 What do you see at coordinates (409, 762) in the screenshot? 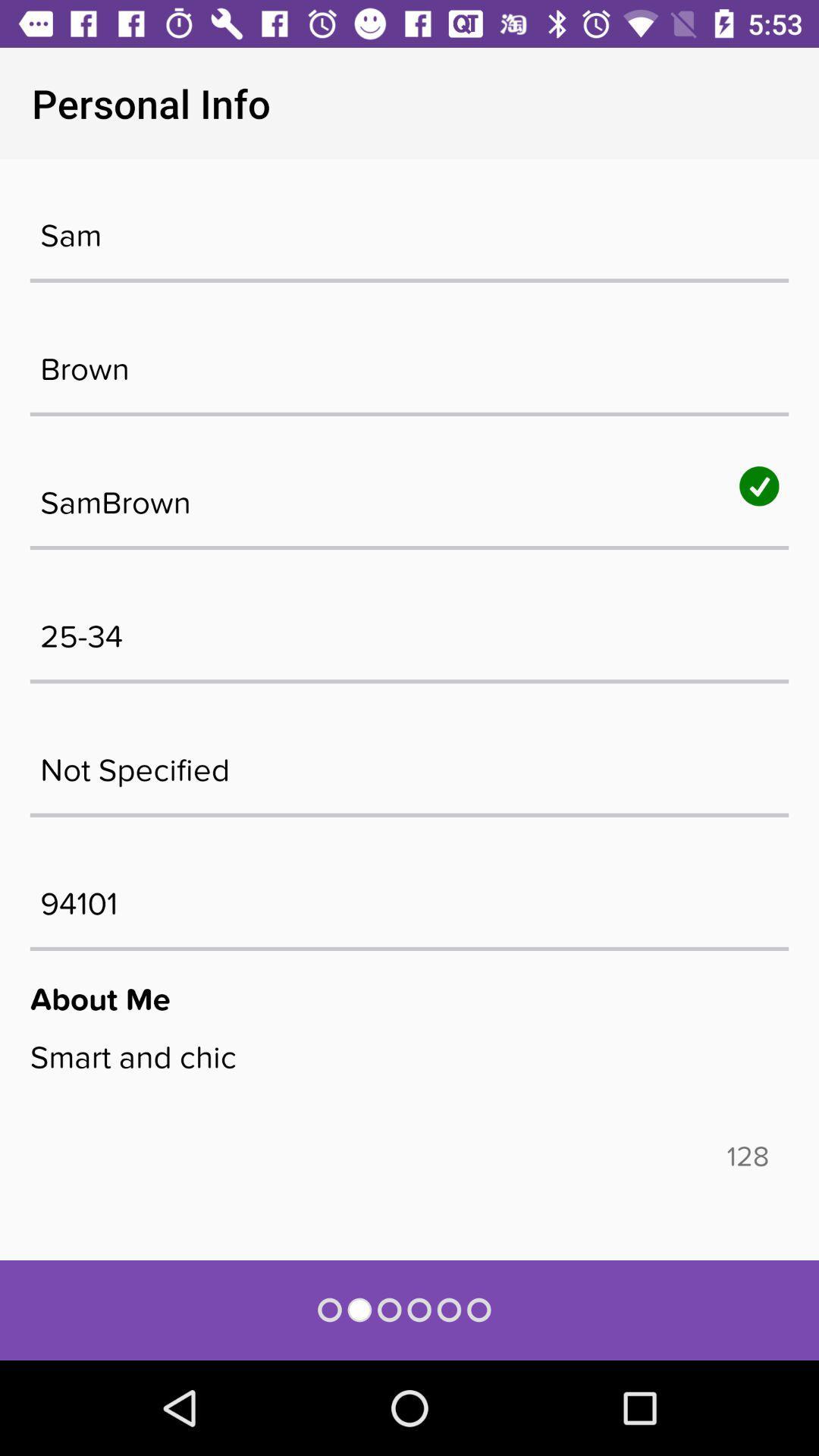
I see `the not specified` at bounding box center [409, 762].